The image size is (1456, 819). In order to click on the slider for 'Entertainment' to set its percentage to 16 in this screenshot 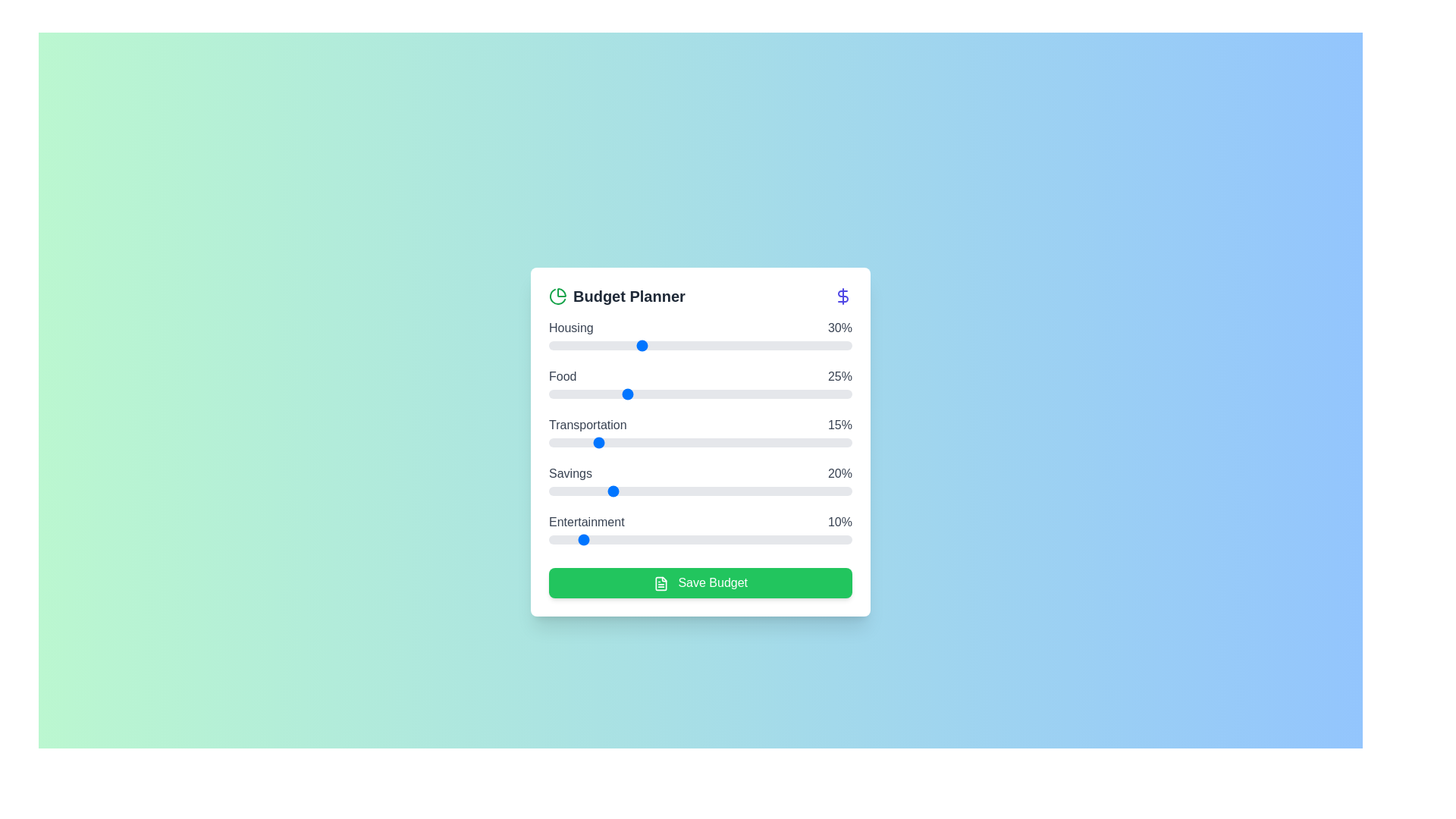, I will do `click(596, 539)`.